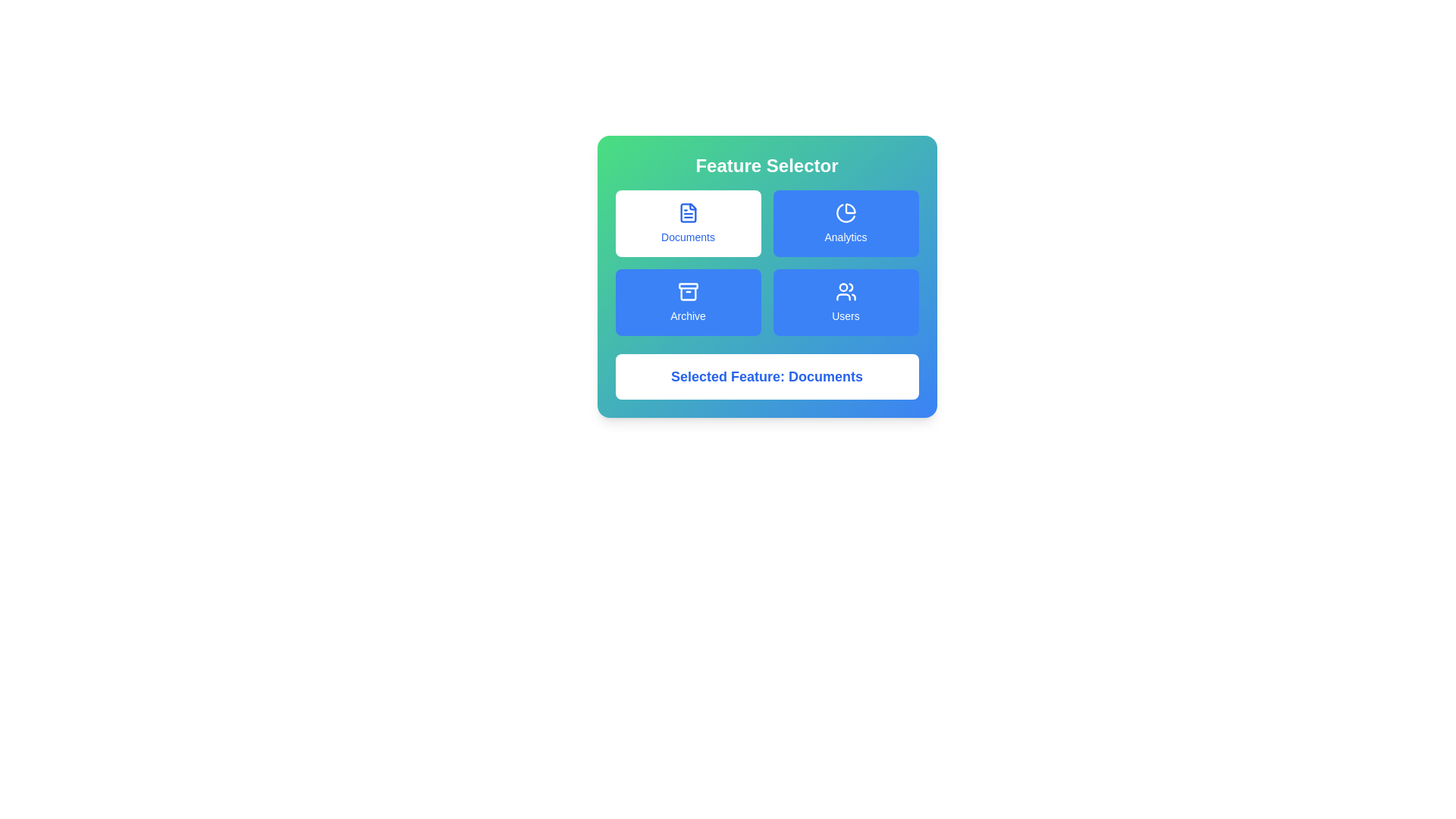 This screenshot has height=819, width=1456. I want to click on the archive icon, which symbolizes the functionality of saving or archiving data, located, so click(687, 293).